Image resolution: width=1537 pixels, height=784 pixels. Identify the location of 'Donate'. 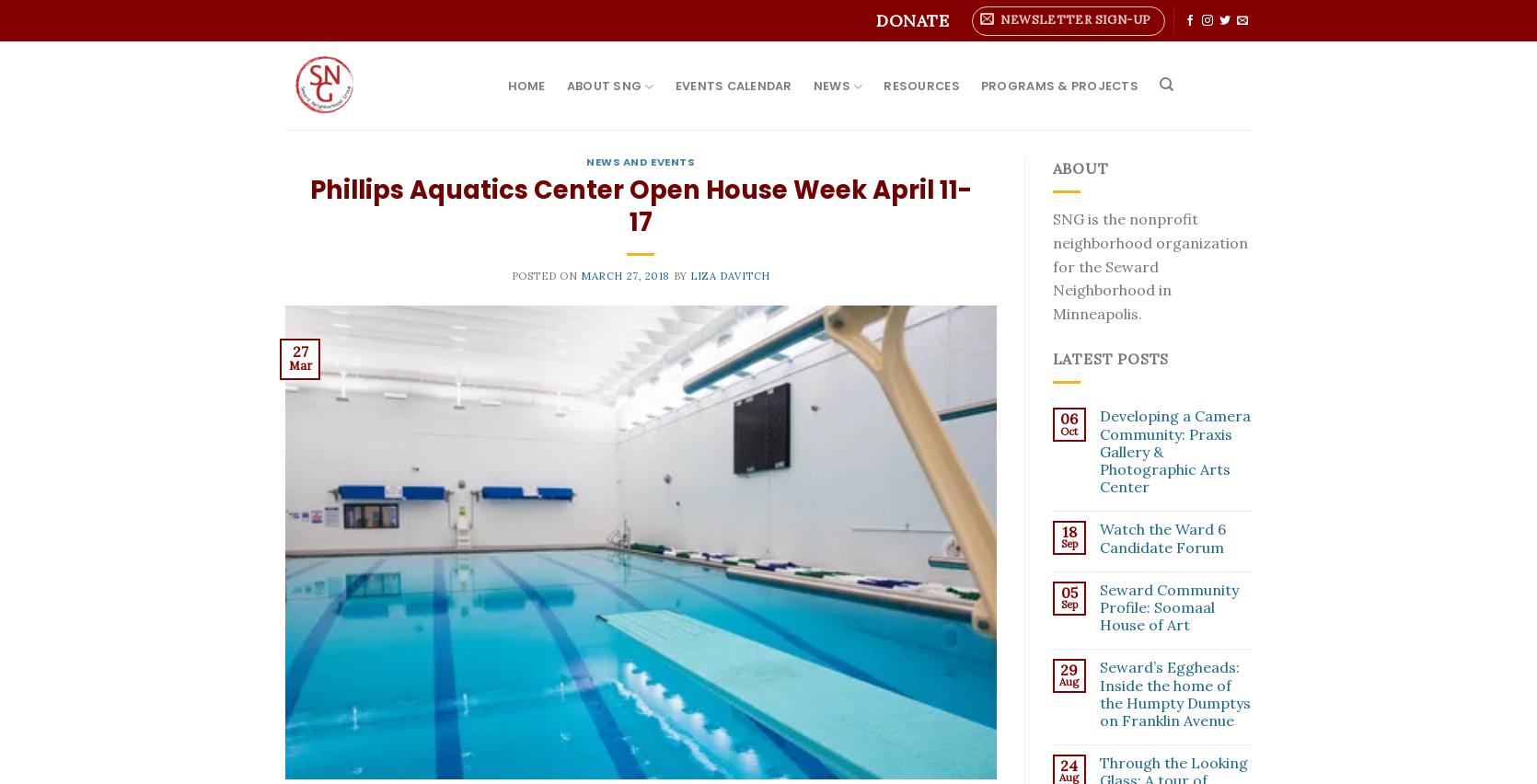
(911, 19).